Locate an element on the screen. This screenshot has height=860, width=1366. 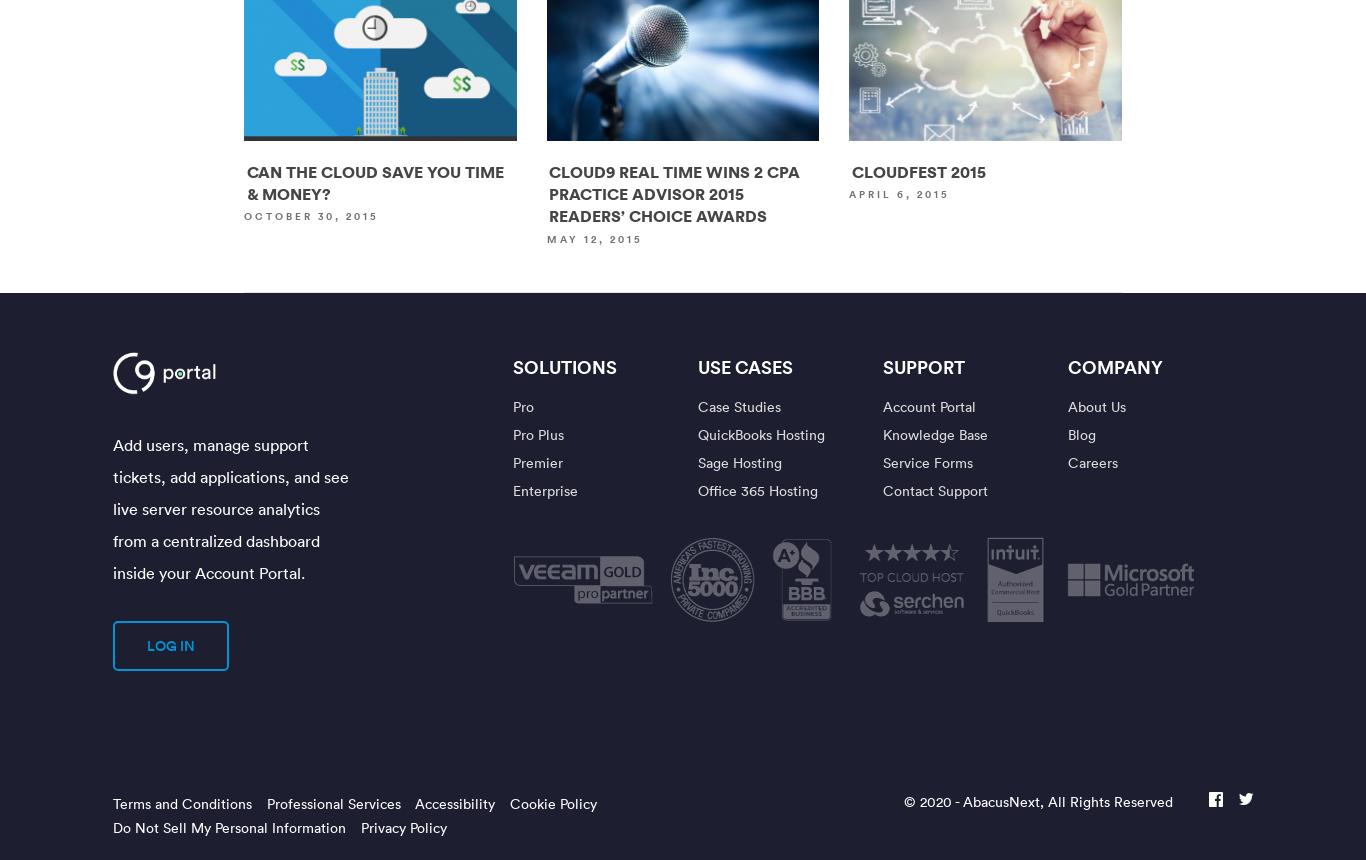
'Careers' is located at coordinates (1091, 462).